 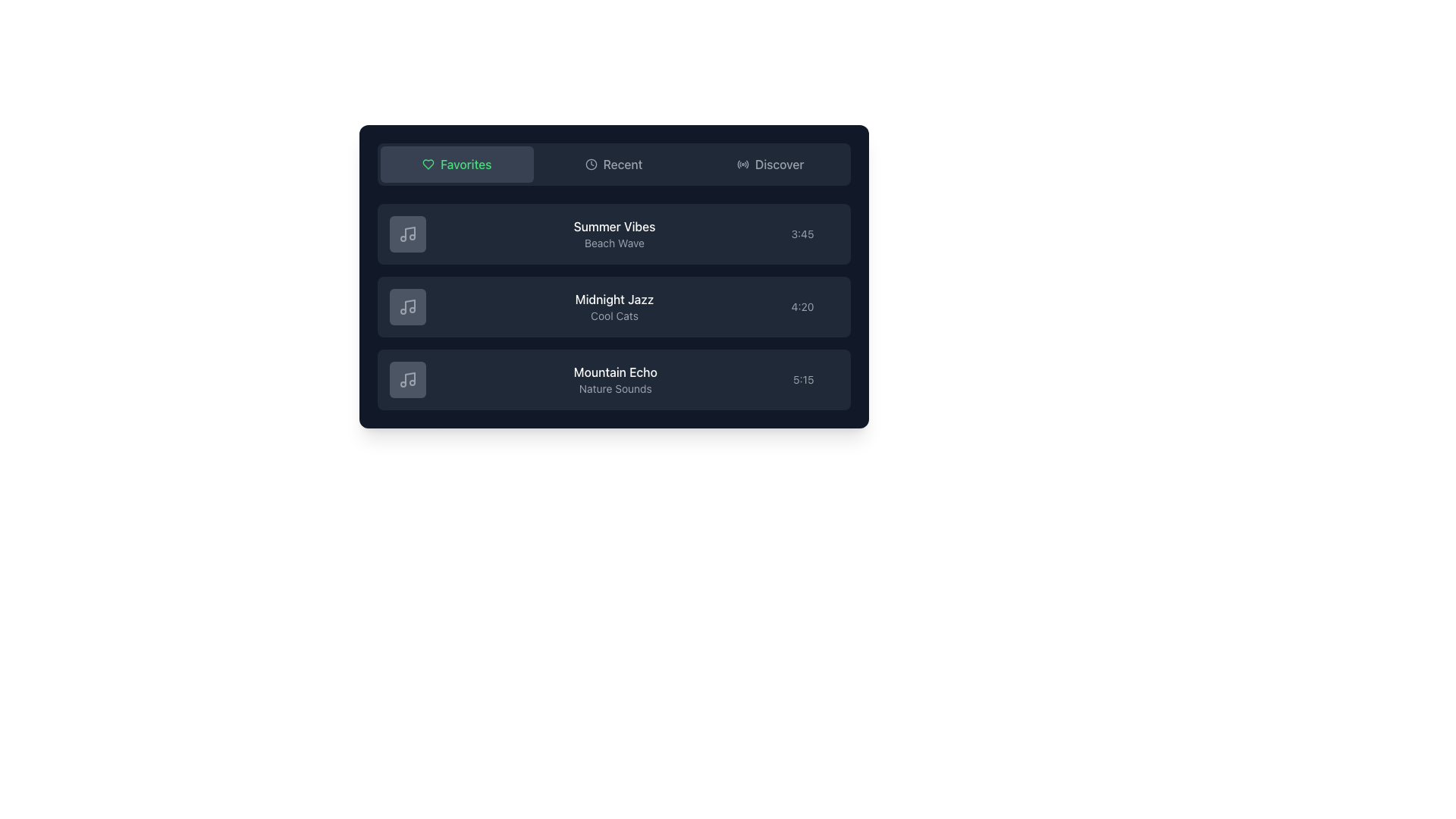 I want to click on title text of the music item which is displayed as a label above the subtitle 'Cool Cats' in the second item of the vertical list, so click(x=614, y=299).